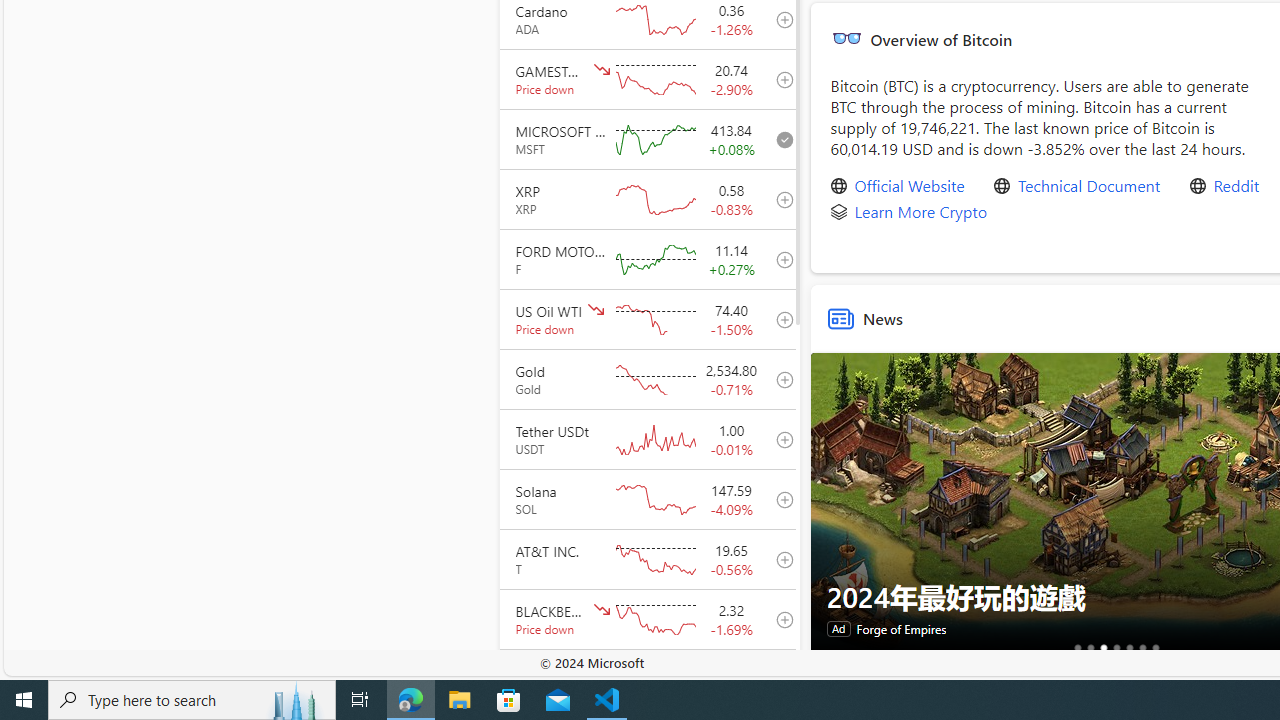 The image size is (1280, 720). What do you see at coordinates (778, 138) in the screenshot?
I see `'remove from your watchlist'` at bounding box center [778, 138].